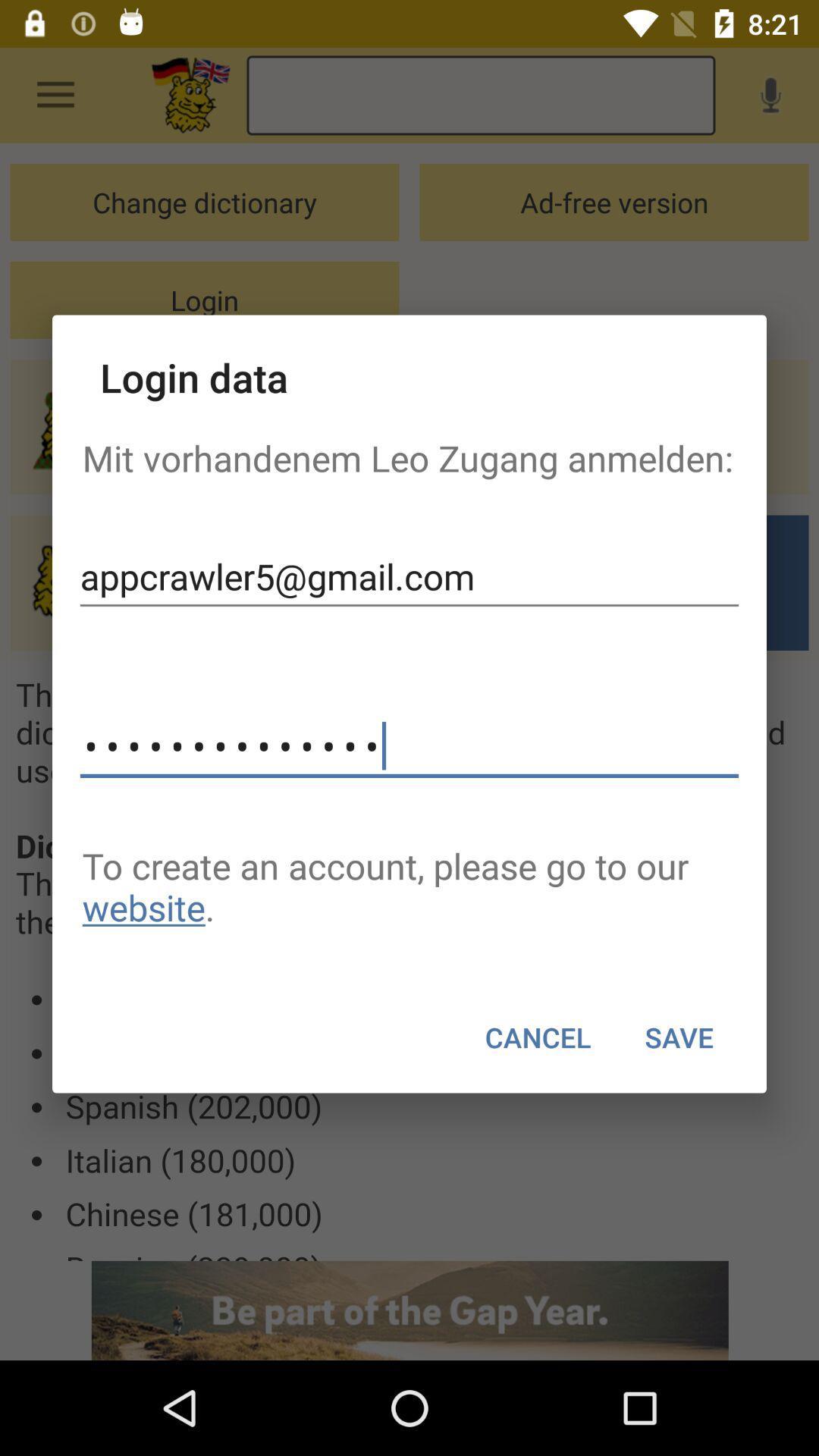 This screenshot has width=819, height=1456. What do you see at coordinates (678, 1037) in the screenshot?
I see `the save icon` at bounding box center [678, 1037].